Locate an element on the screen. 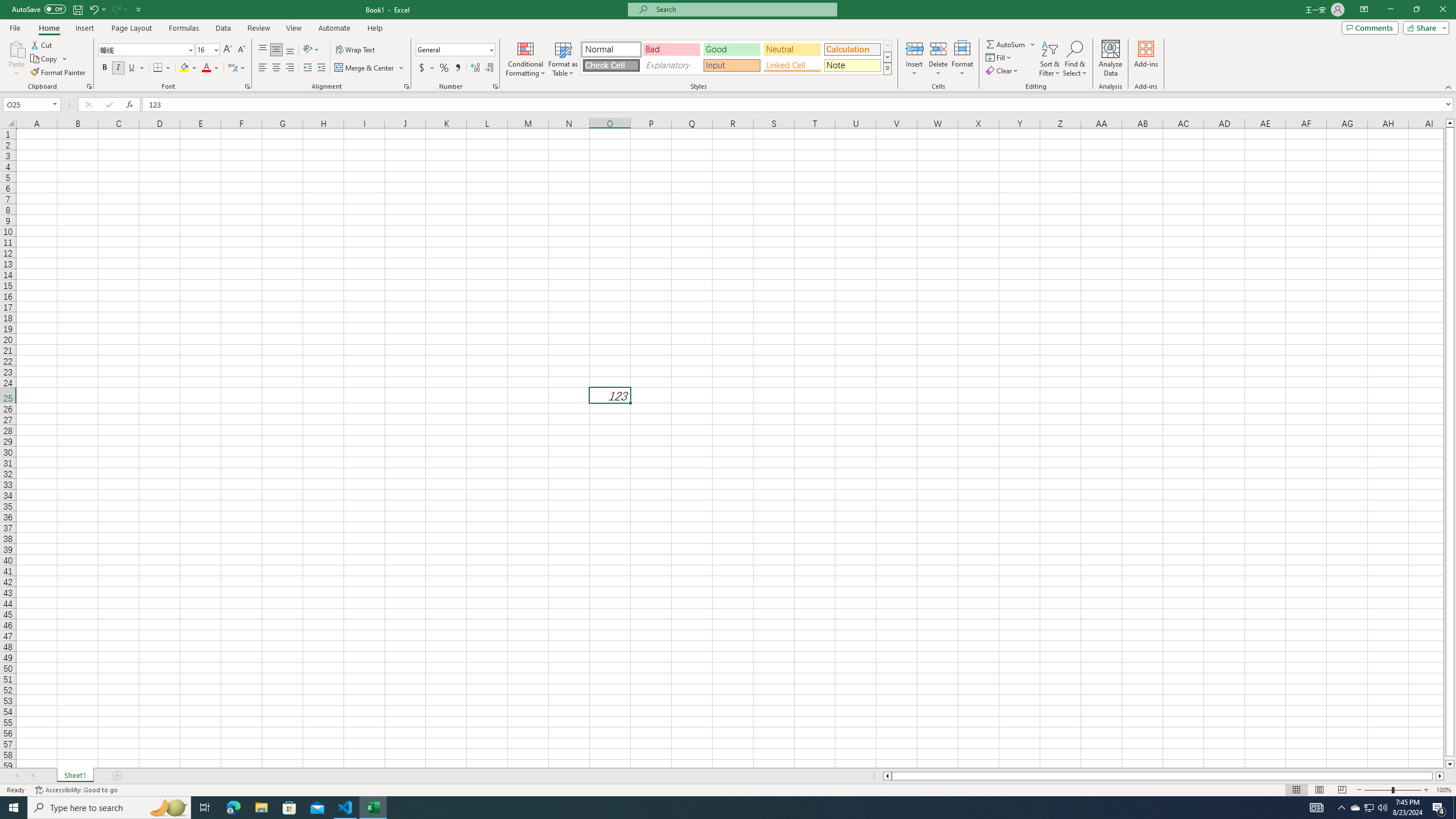  'Zoom' is located at coordinates (1392, 790).